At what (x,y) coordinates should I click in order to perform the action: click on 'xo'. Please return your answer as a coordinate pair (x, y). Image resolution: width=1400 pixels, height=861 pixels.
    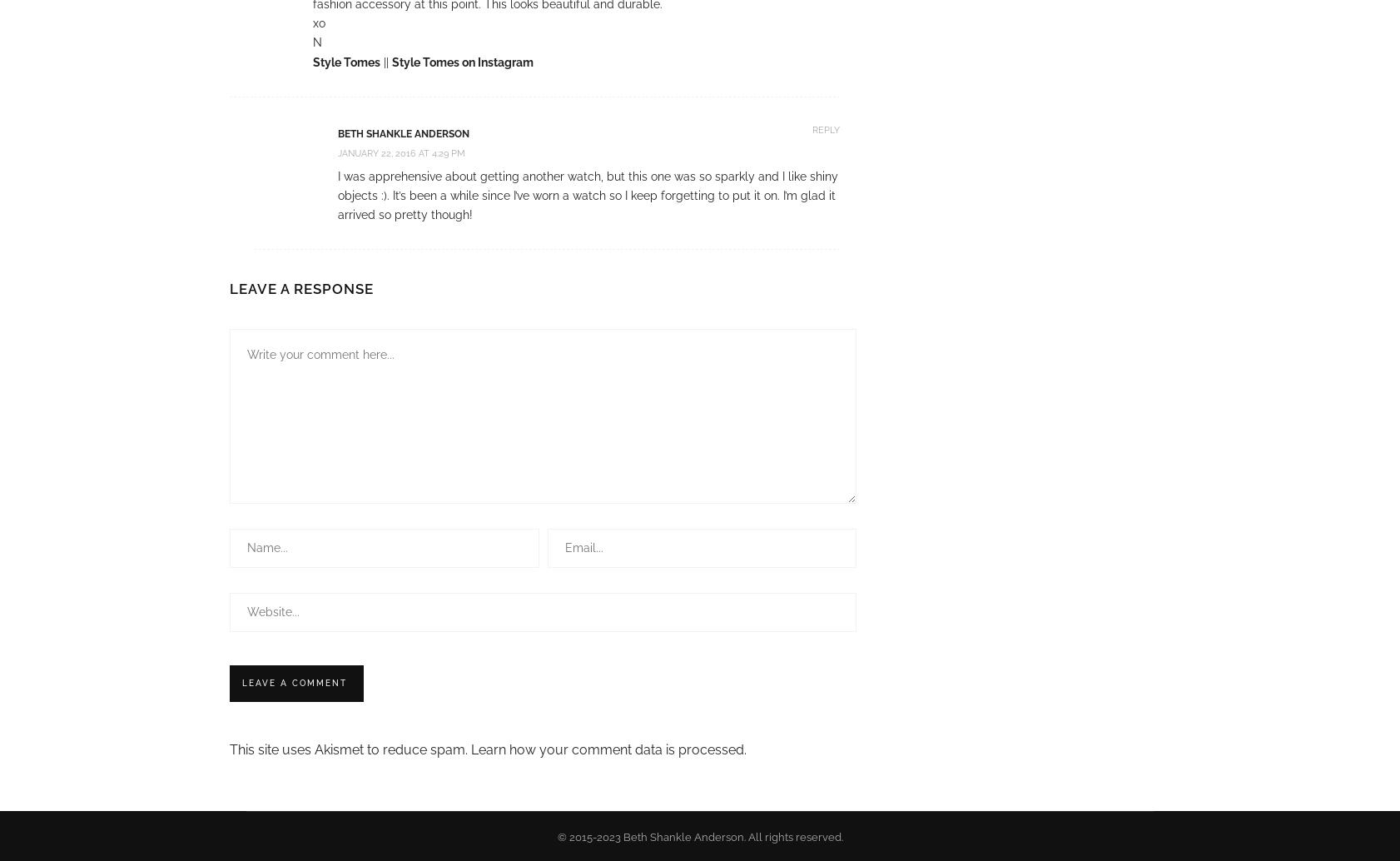
    Looking at the image, I should click on (318, 22).